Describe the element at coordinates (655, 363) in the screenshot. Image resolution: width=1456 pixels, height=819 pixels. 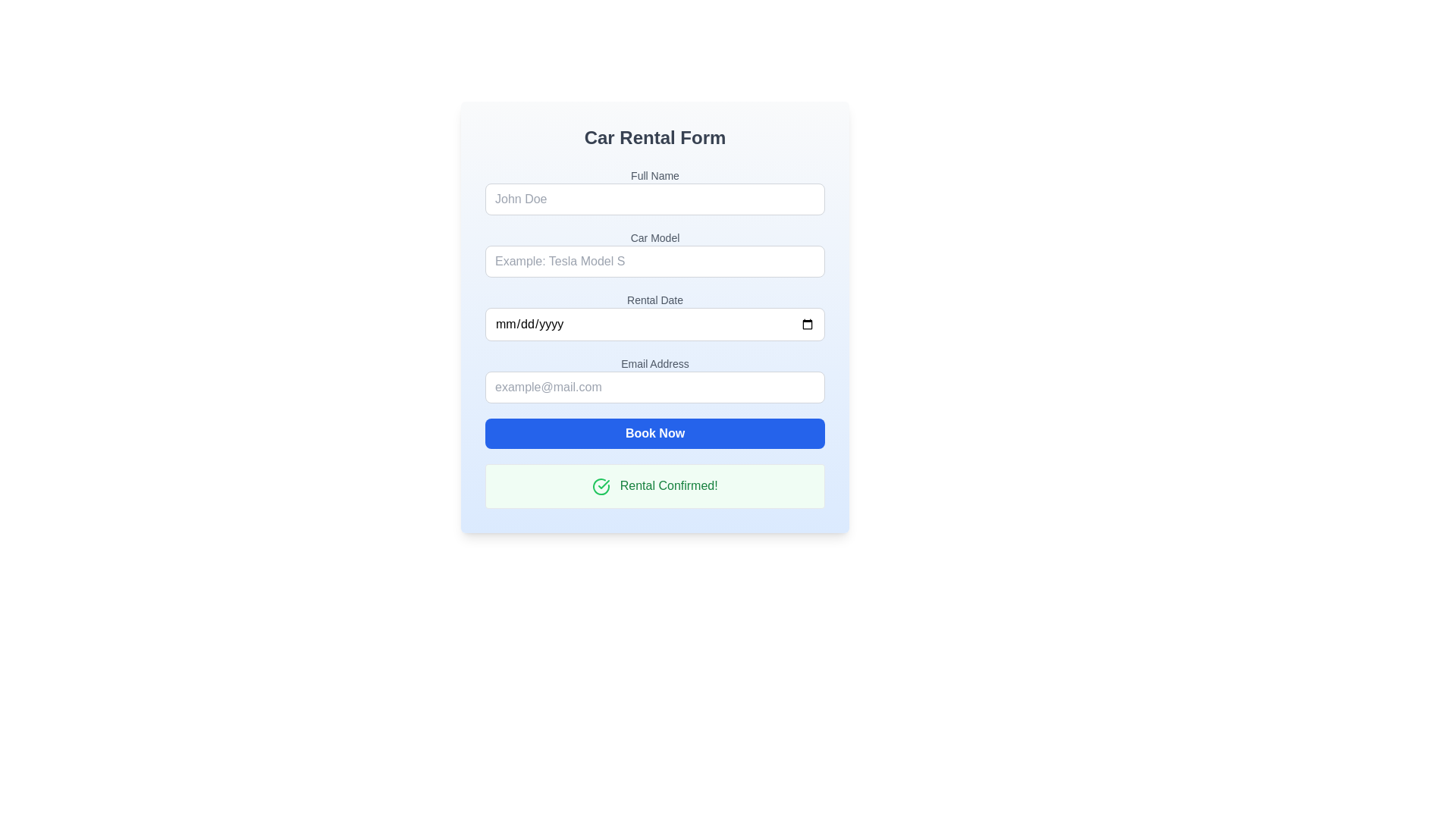
I see `the text label element reading 'Email Address', which is styled in a small, gray font and located above the email input field in the 'Car Rental Form'` at that location.